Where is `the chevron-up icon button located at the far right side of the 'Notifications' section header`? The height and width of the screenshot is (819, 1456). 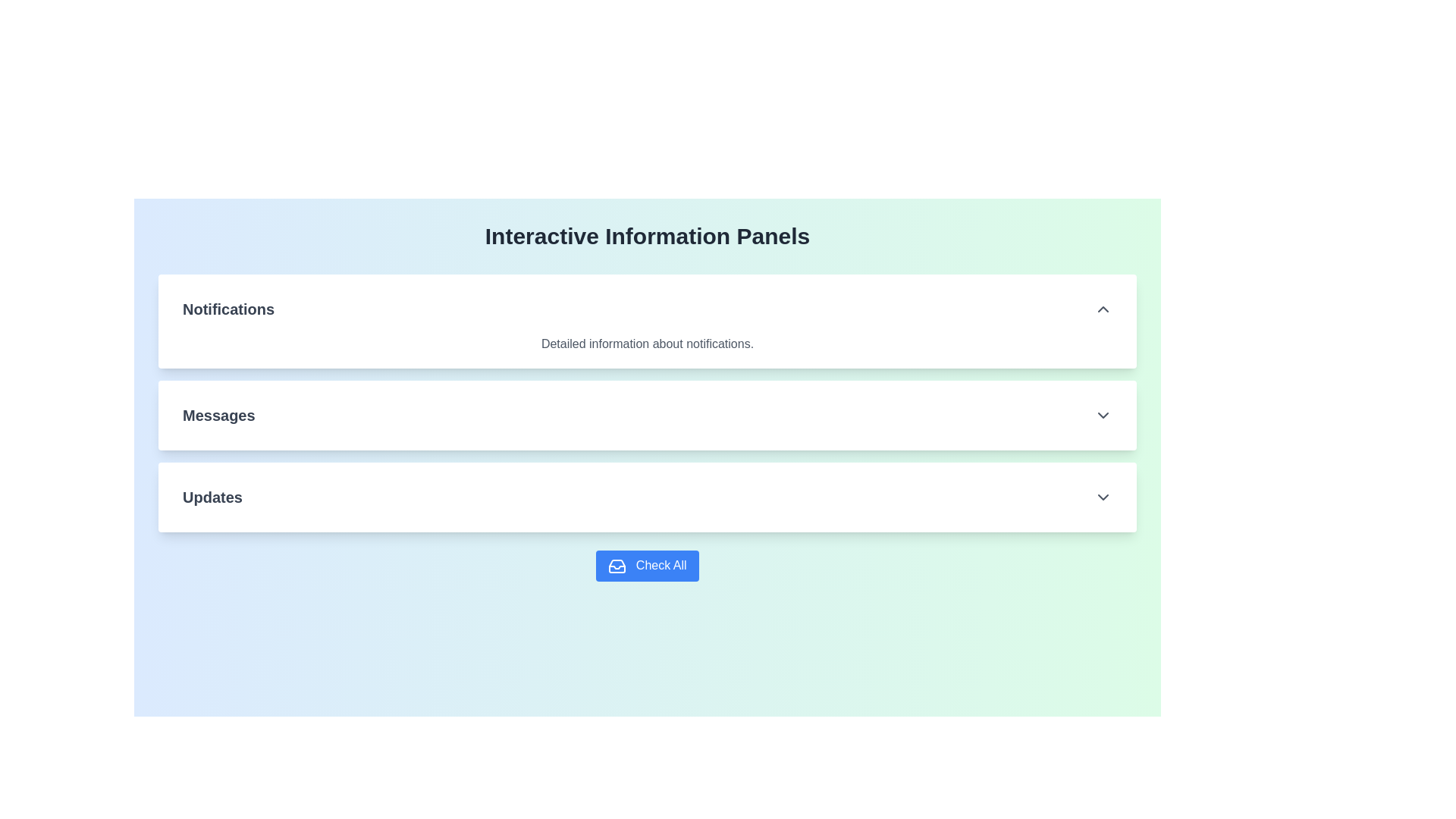 the chevron-up icon button located at the far right side of the 'Notifications' section header is located at coordinates (1103, 309).